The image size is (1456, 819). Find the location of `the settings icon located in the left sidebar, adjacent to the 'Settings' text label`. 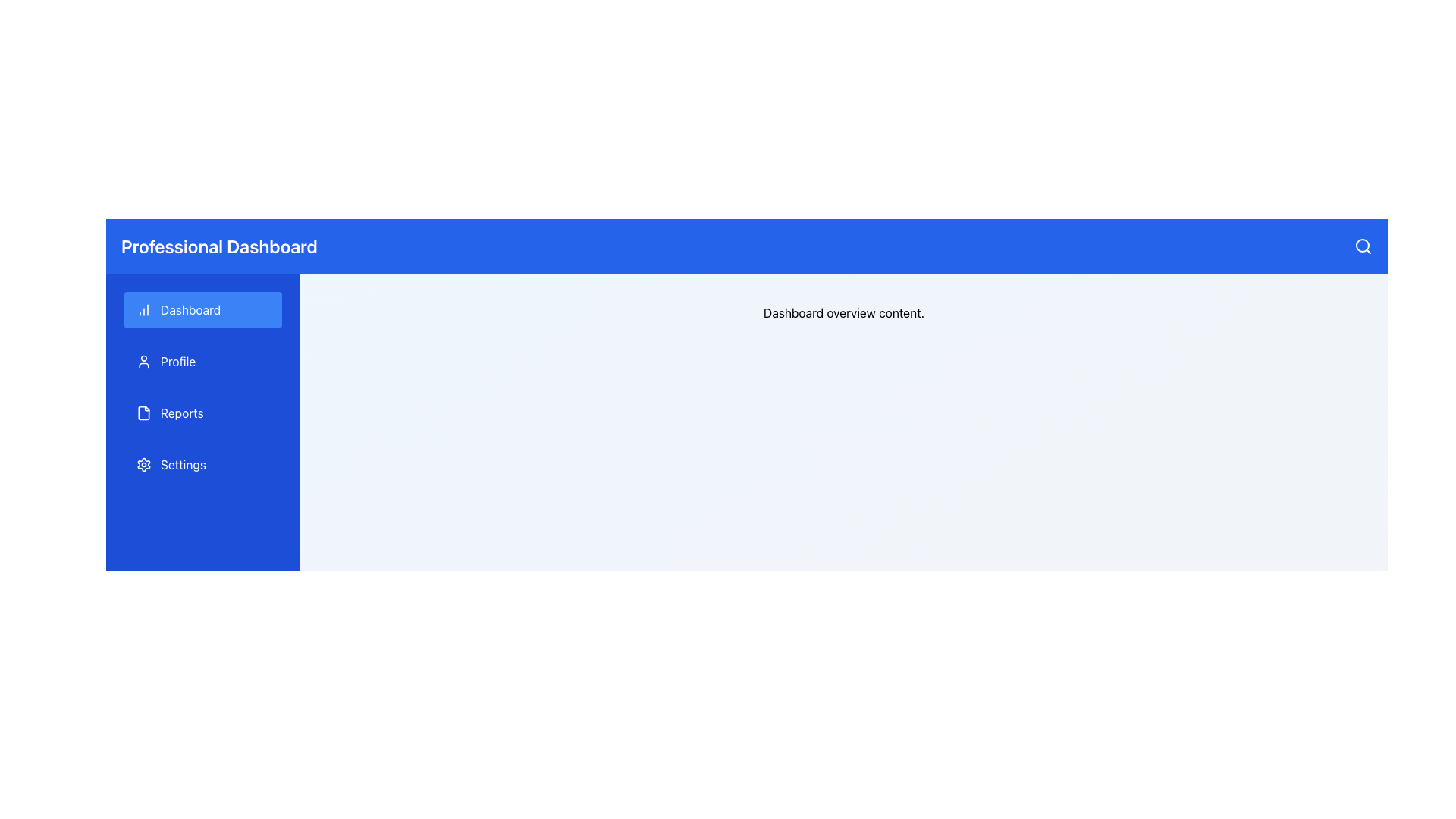

the settings icon located in the left sidebar, adjacent to the 'Settings' text label is located at coordinates (144, 464).